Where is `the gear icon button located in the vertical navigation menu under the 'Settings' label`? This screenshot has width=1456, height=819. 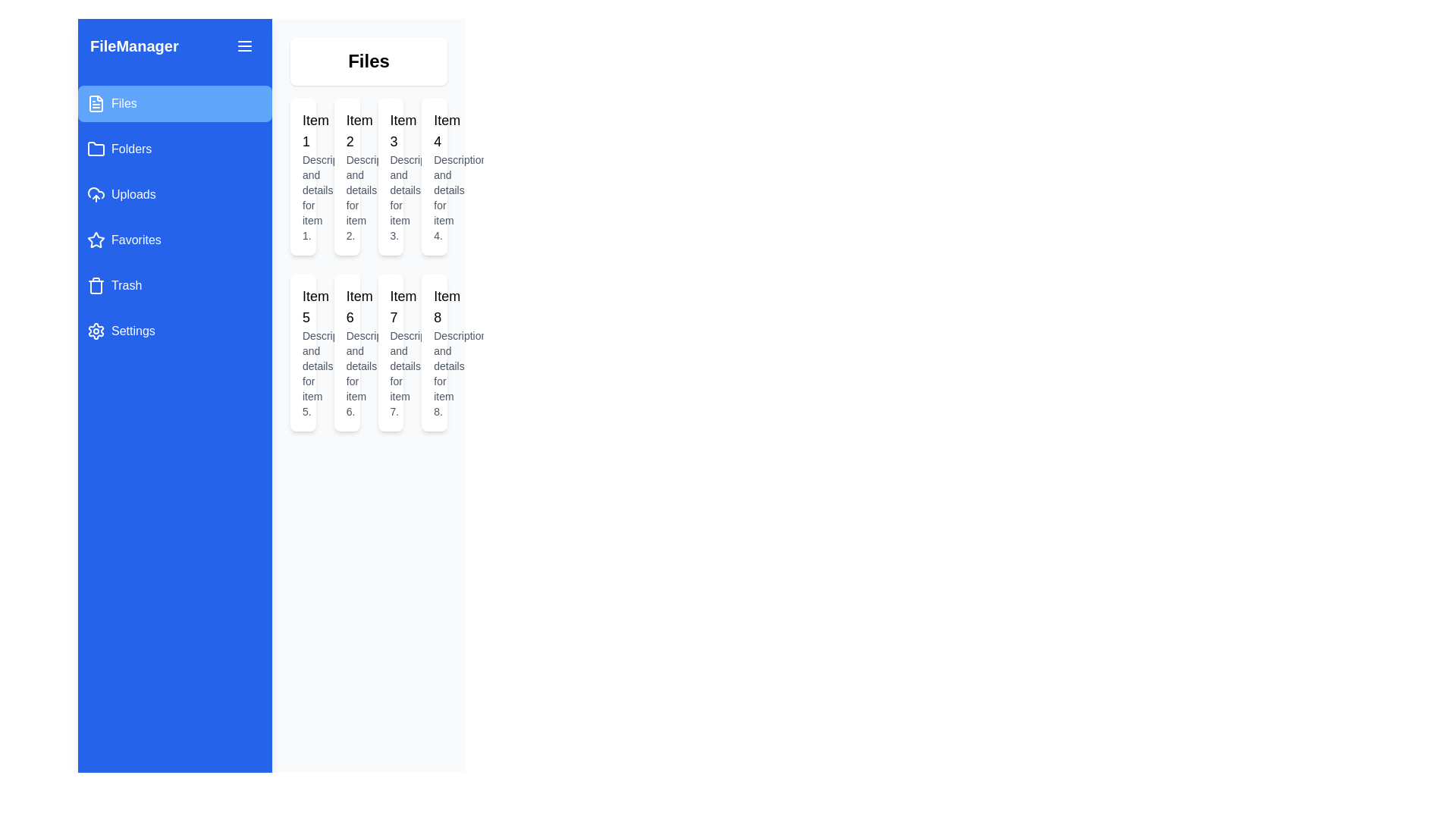
the gear icon button located in the vertical navigation menu under the 'Settings' label is located at coordinates (95, 330).